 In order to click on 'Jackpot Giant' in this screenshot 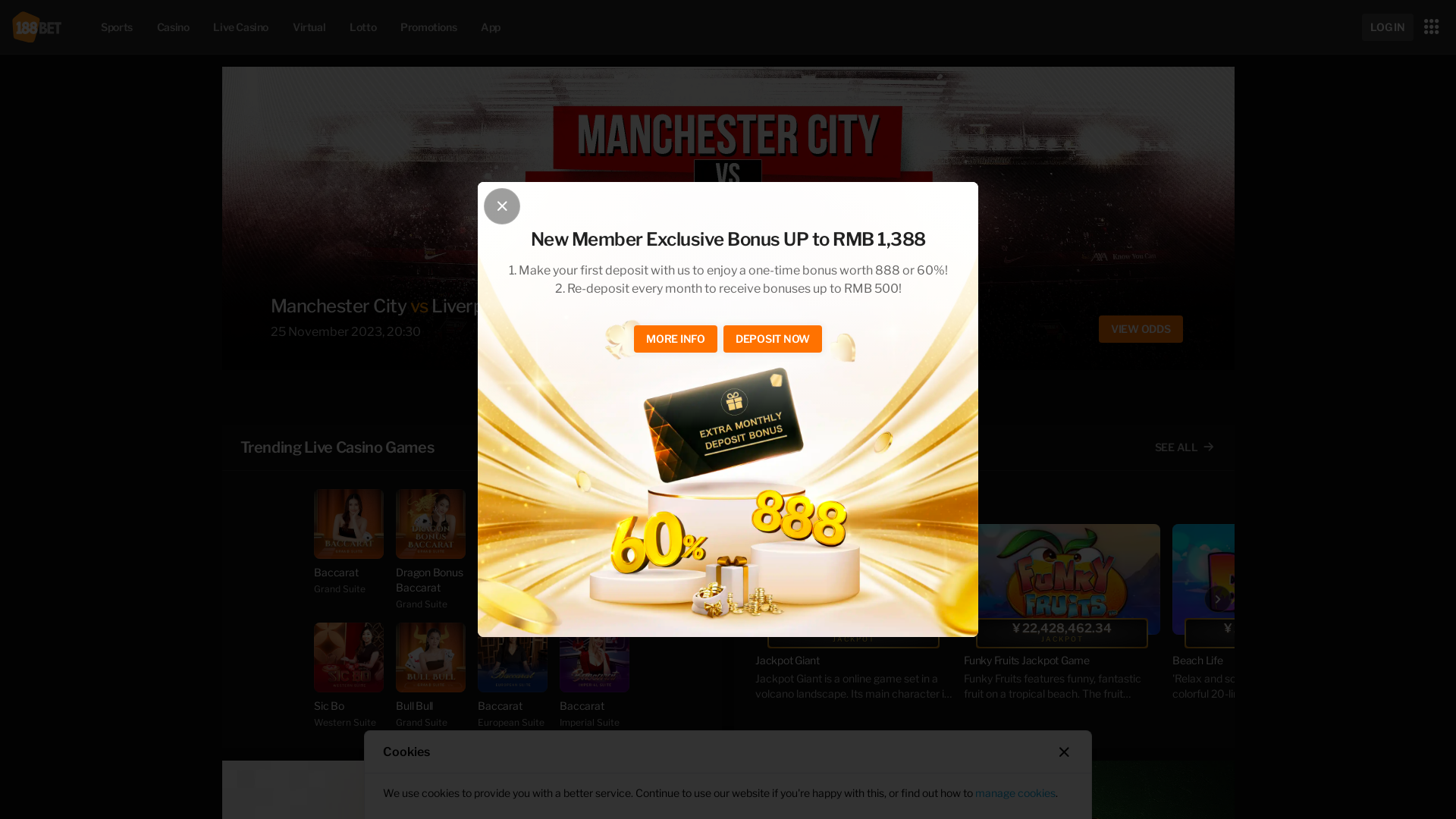, I will do `click(853, 579)`.